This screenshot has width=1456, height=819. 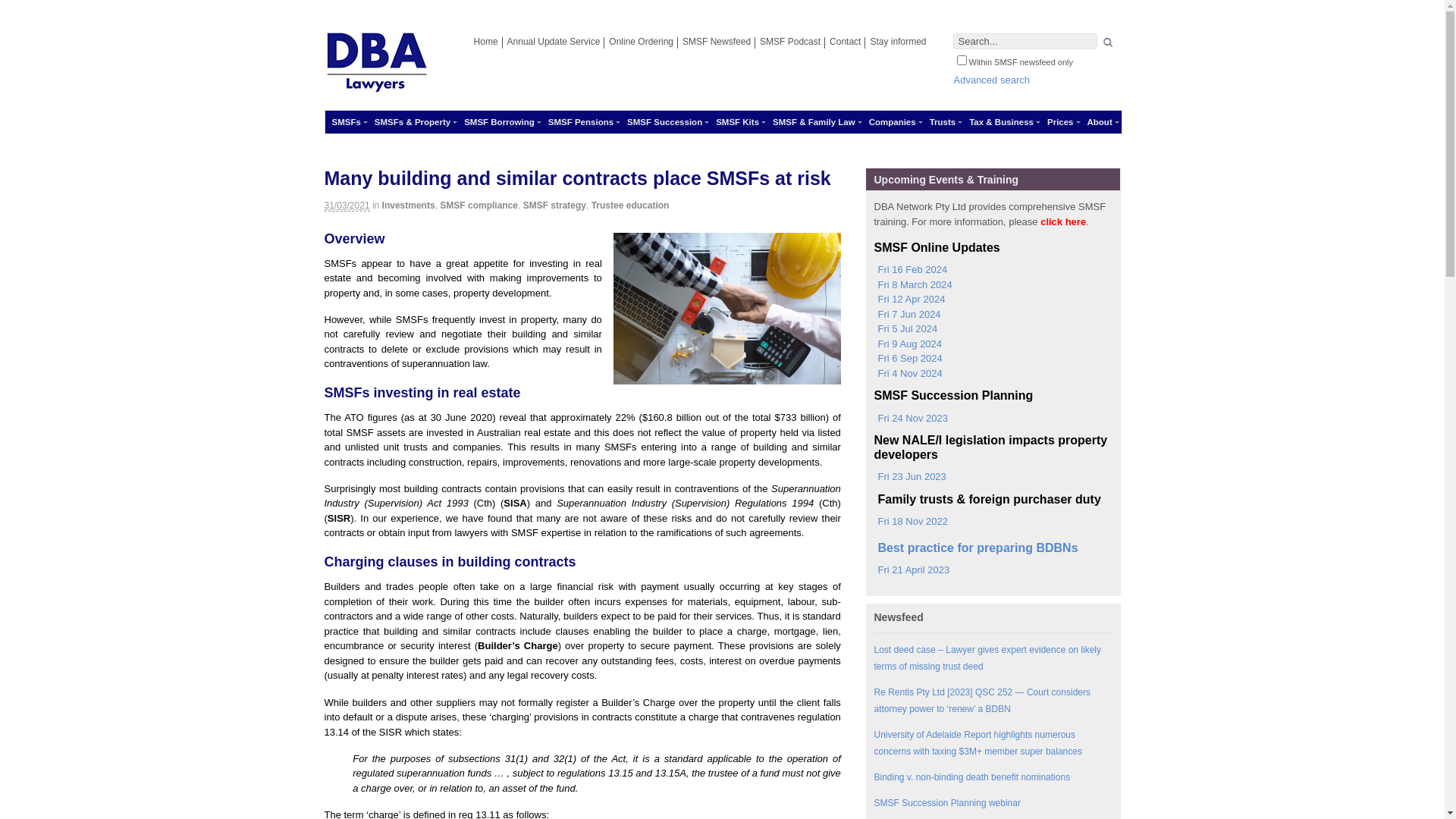 What do you see at coordinates (905, 328) in the screenshot?
I see `'Fri 5 Jul 2024'` at bounding box center [905, 328].